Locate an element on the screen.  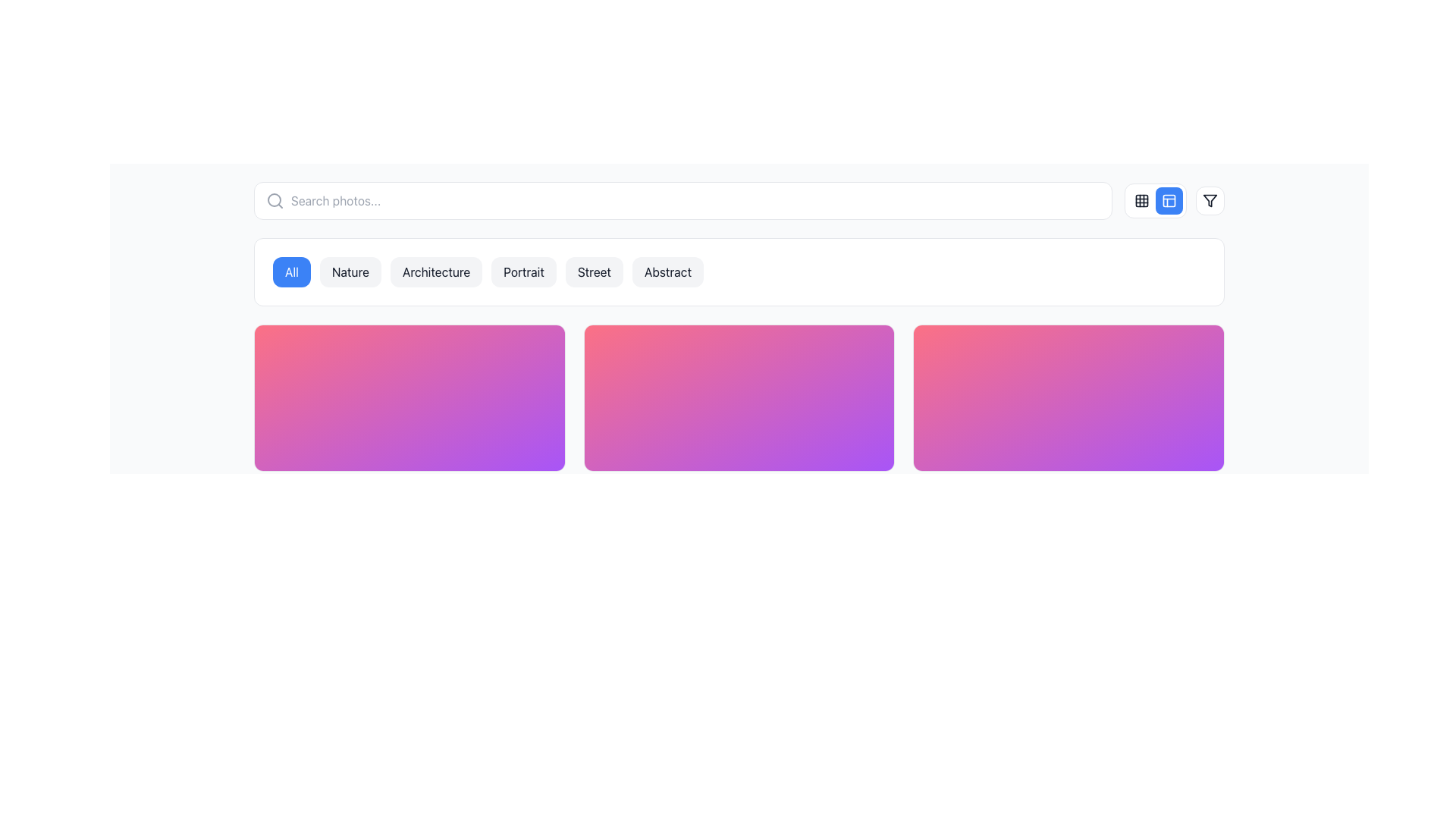
the 'Abstract' button, which has rounded corners and a light background is located at coordinates (667, 271).